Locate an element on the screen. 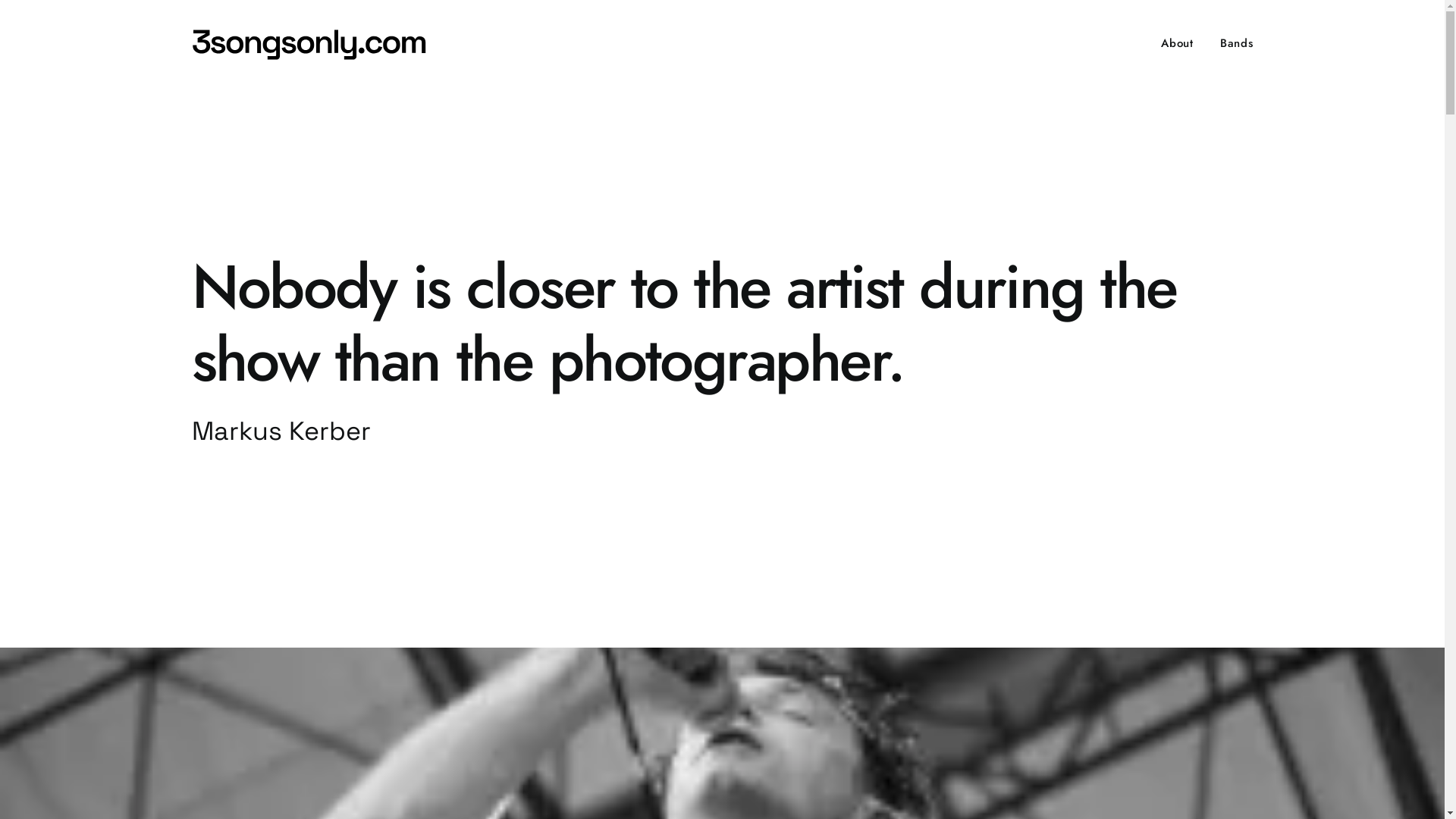  'Bands' is located at coordinates (1208, 42).